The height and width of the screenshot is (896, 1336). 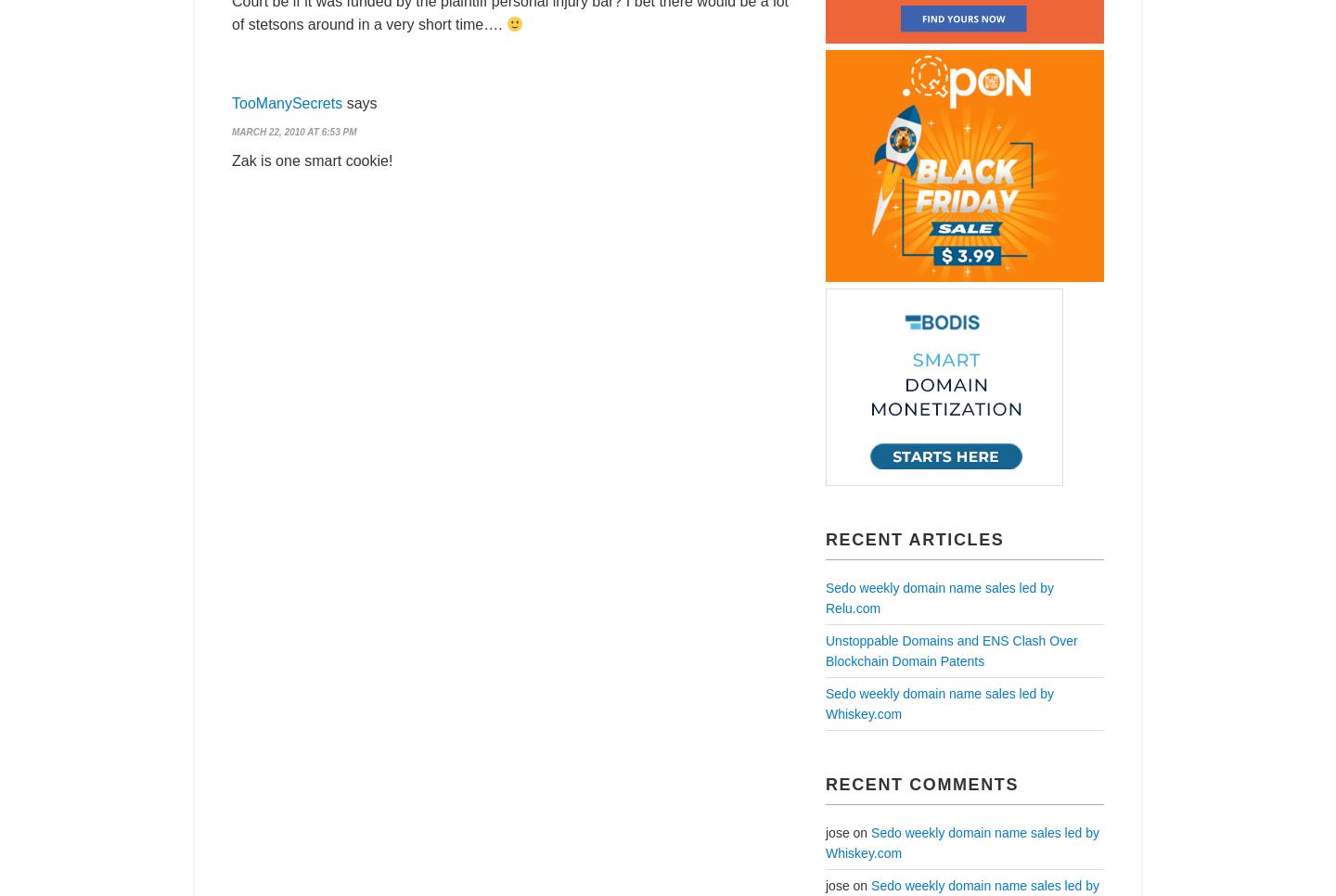 What do you see at coordinates (921, 782) in the screenshot?
I see `'Recent Comments'` at bounding box center [921, 782].